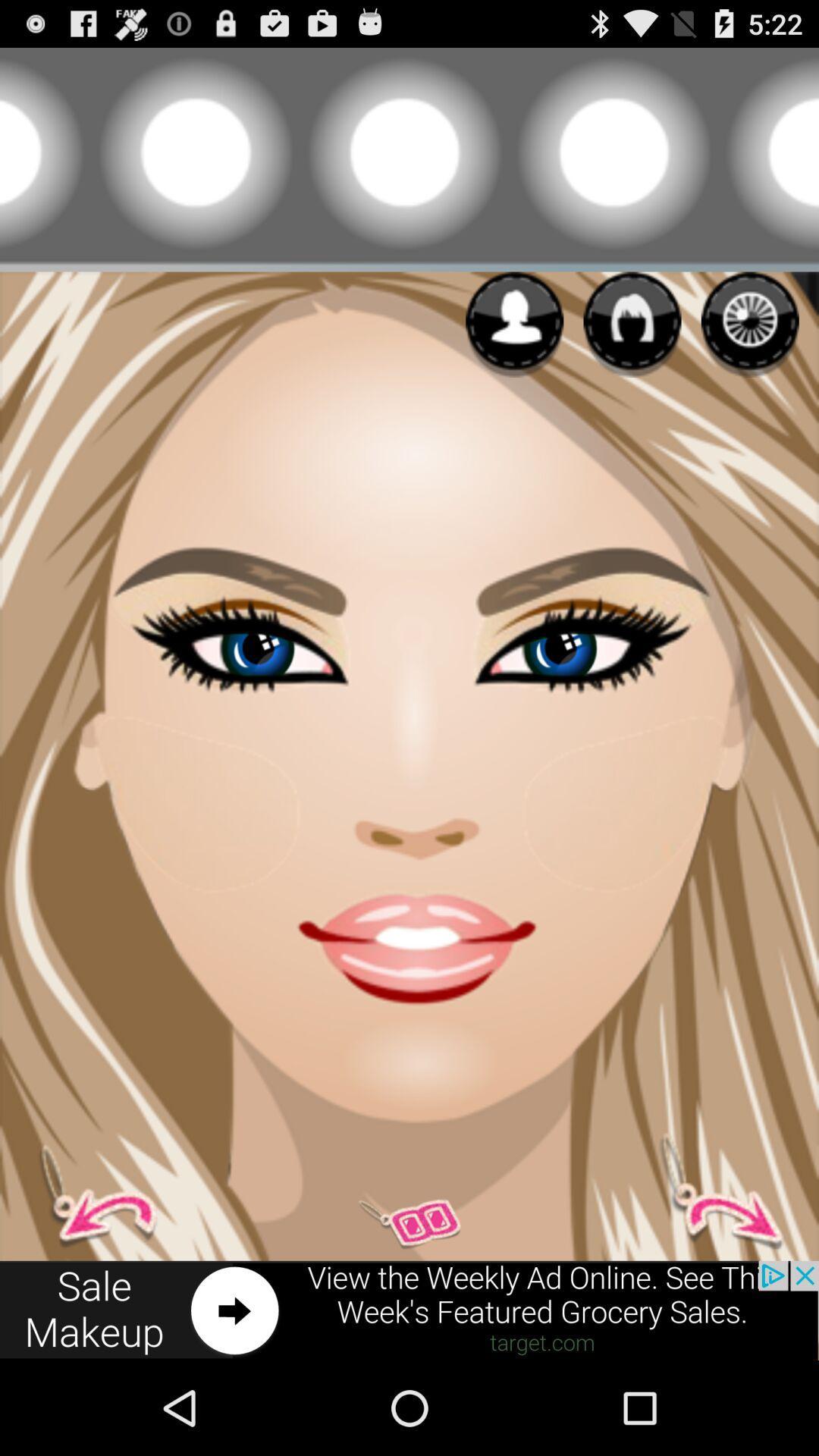 Image resolution: width=819 pixels, height=1456 pixels. Describe the element at coordinates (106, 1275) in the screenshot. I see `the avatar icon` at that location.